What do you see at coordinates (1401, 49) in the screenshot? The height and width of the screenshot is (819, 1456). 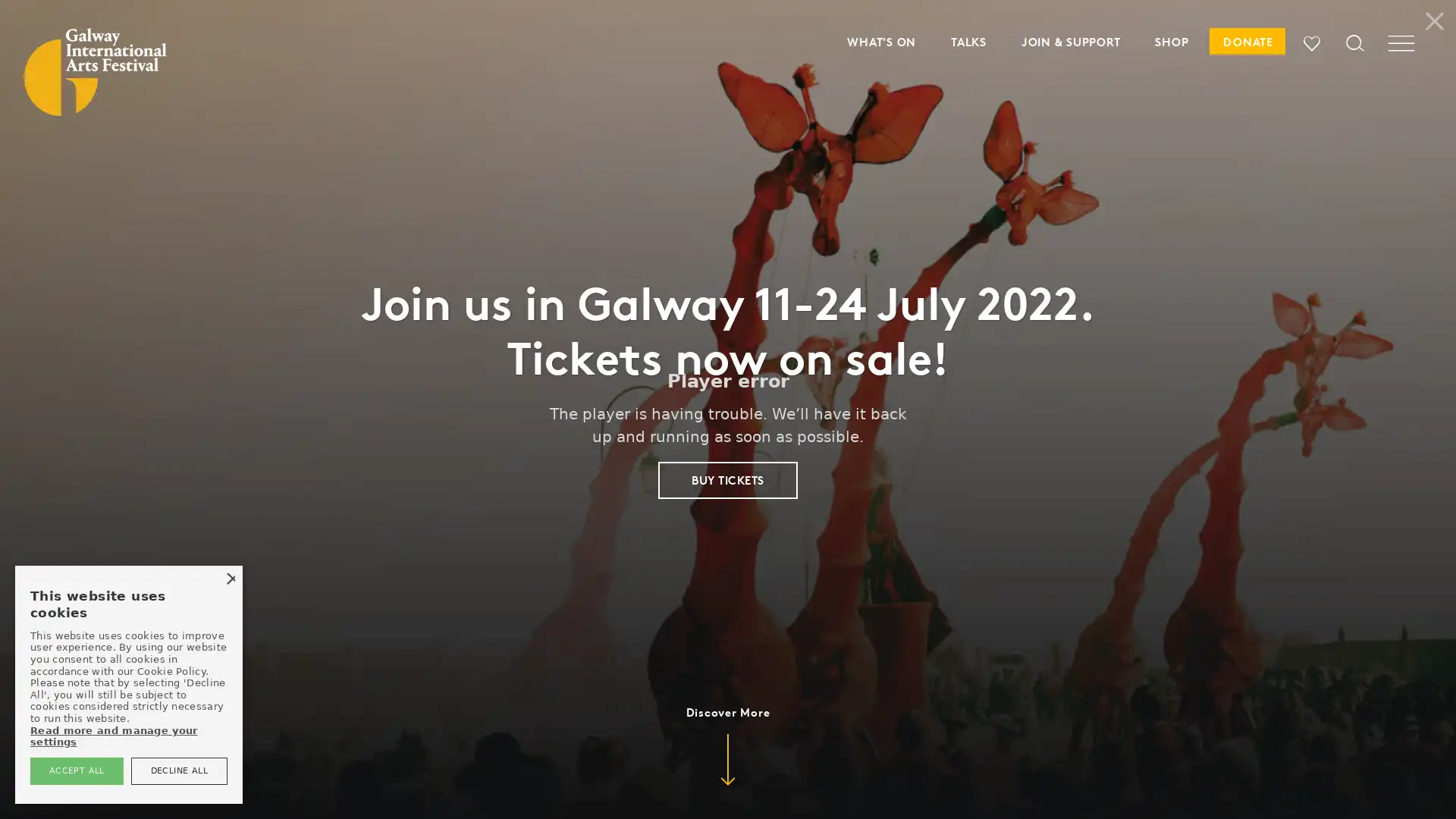 I see `Toggle navigation` at bounding box center [1401, 49].